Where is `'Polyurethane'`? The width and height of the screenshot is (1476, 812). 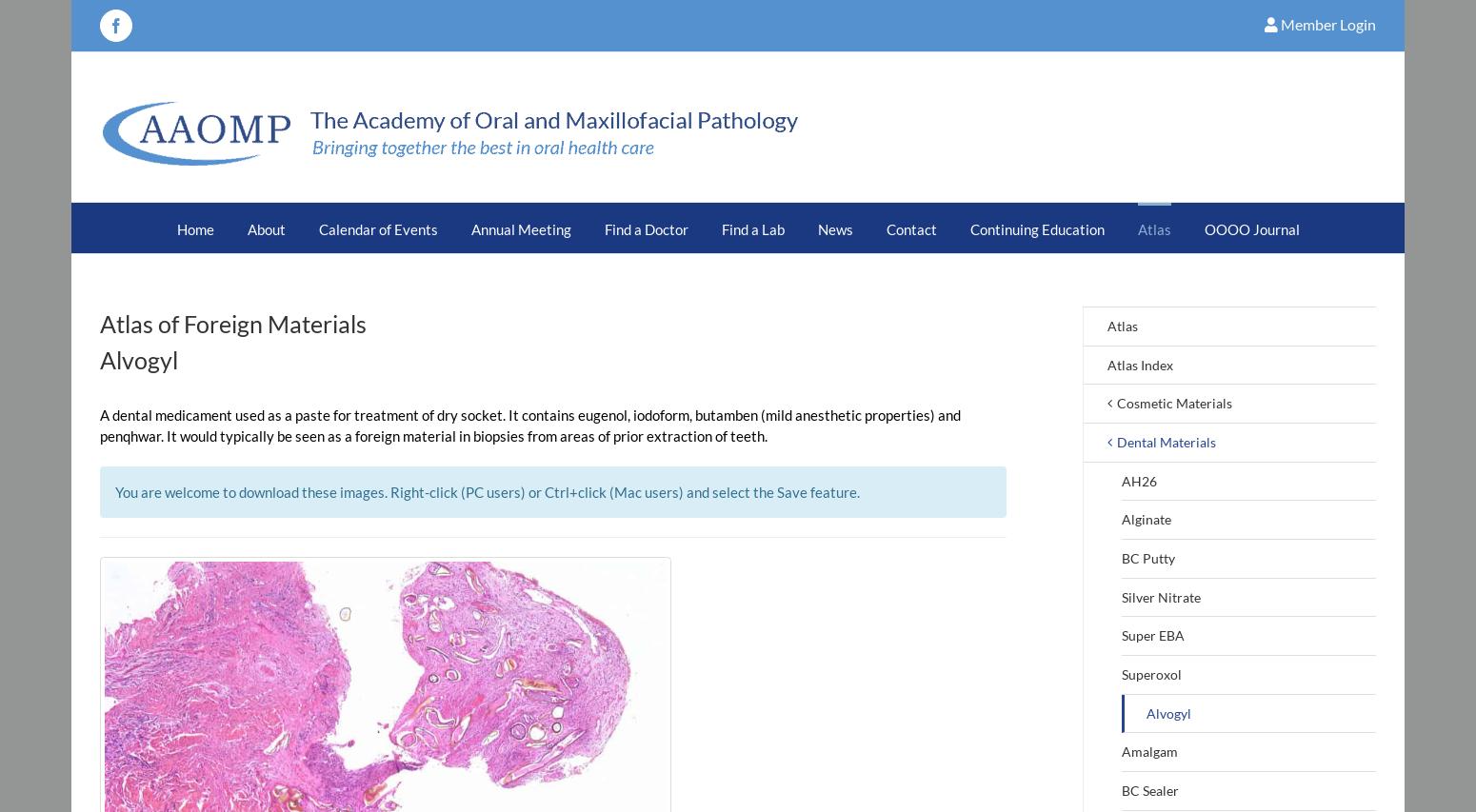
'Polyurethane' is located at coordinates (870, 467).